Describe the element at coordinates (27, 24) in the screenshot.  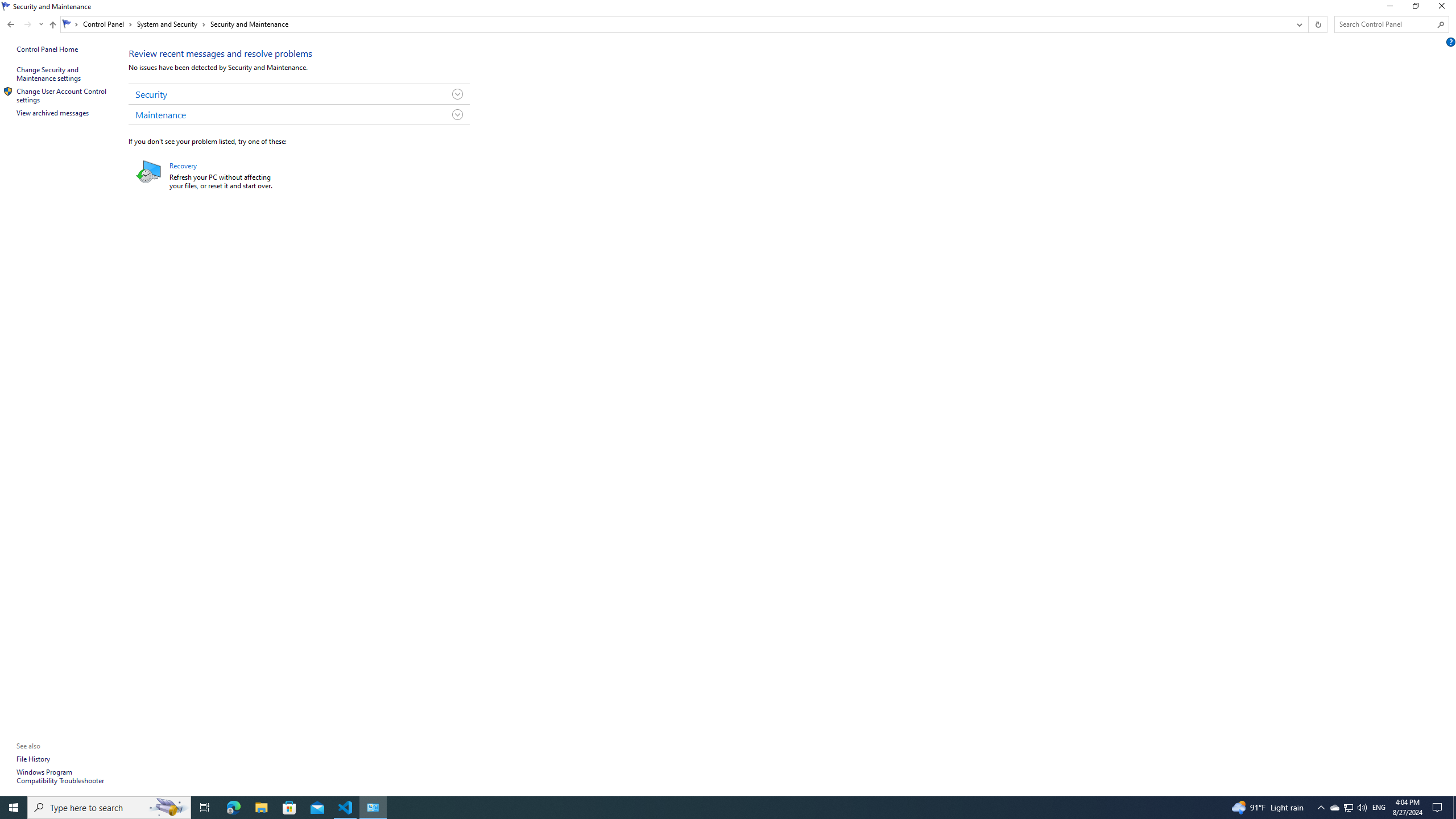
I see `'Forward (Alt + Right Arrow)'` at that location.